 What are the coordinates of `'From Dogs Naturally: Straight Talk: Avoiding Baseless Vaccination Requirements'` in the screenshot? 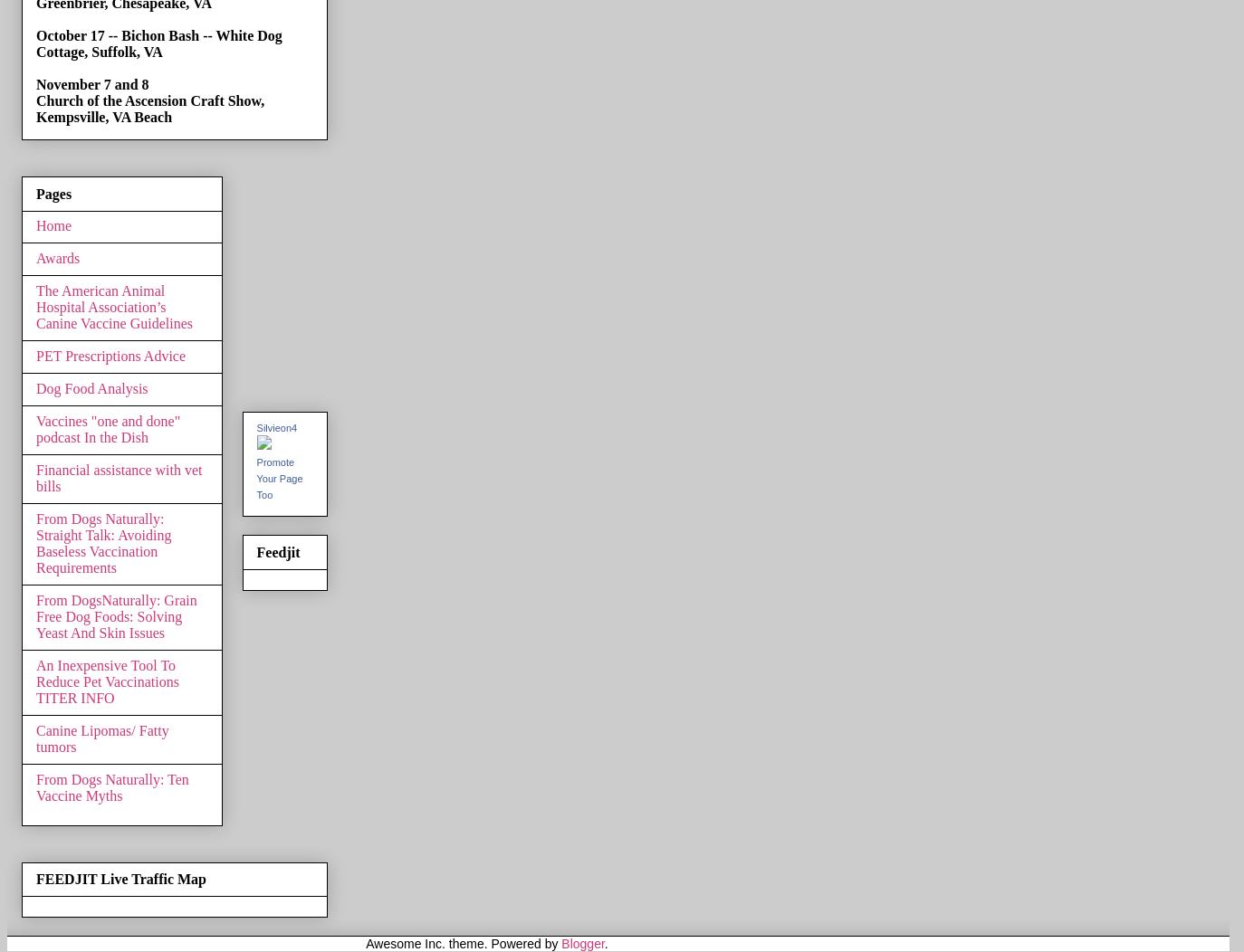 It's located at (102, 541).